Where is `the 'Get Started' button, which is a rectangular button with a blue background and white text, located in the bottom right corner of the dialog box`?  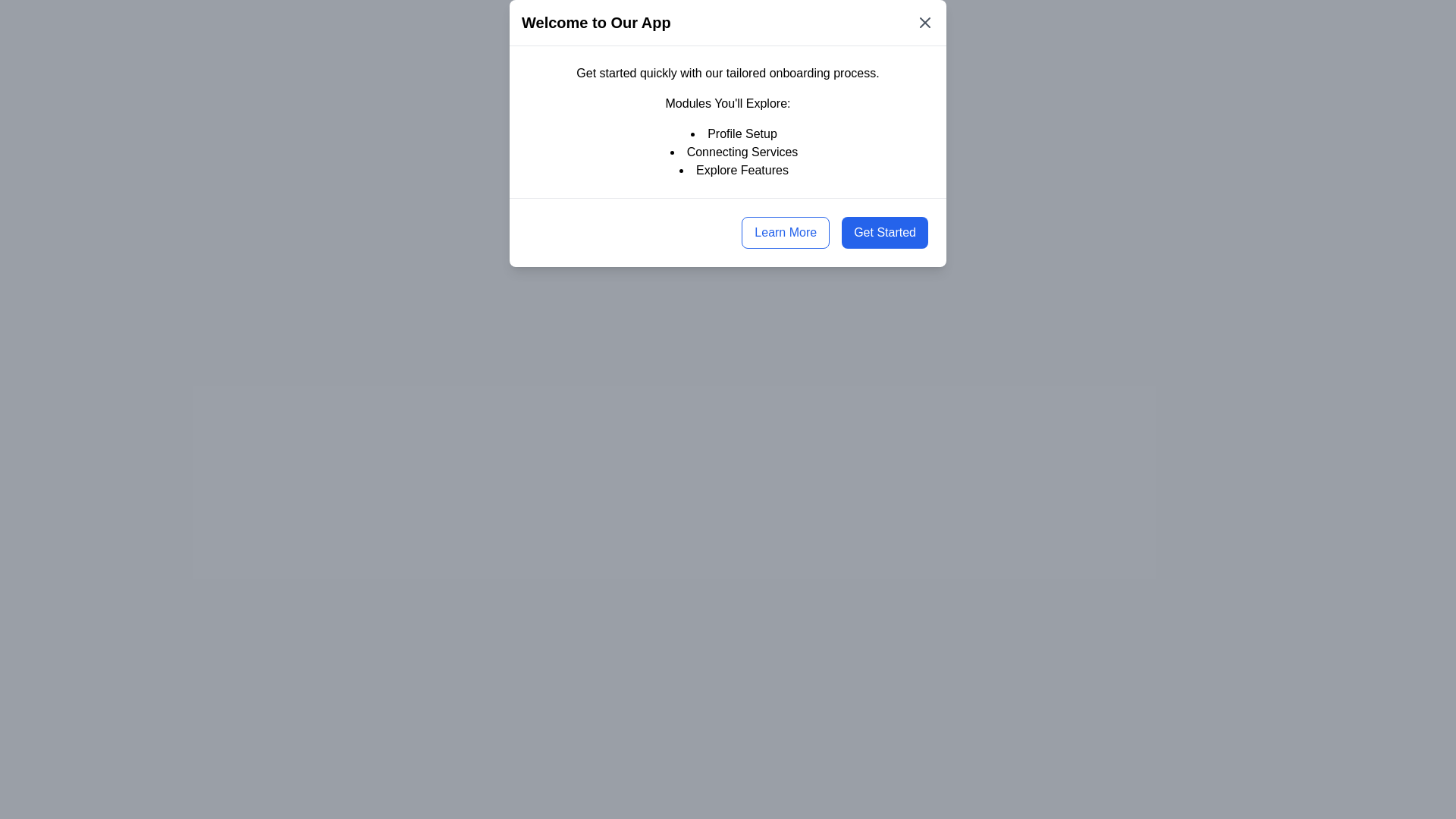
the 'Get Started' button, which is a rectangular button with a blue background and white text, located in the bottom right corner of the dialog box is located at coordinates (885, 233).